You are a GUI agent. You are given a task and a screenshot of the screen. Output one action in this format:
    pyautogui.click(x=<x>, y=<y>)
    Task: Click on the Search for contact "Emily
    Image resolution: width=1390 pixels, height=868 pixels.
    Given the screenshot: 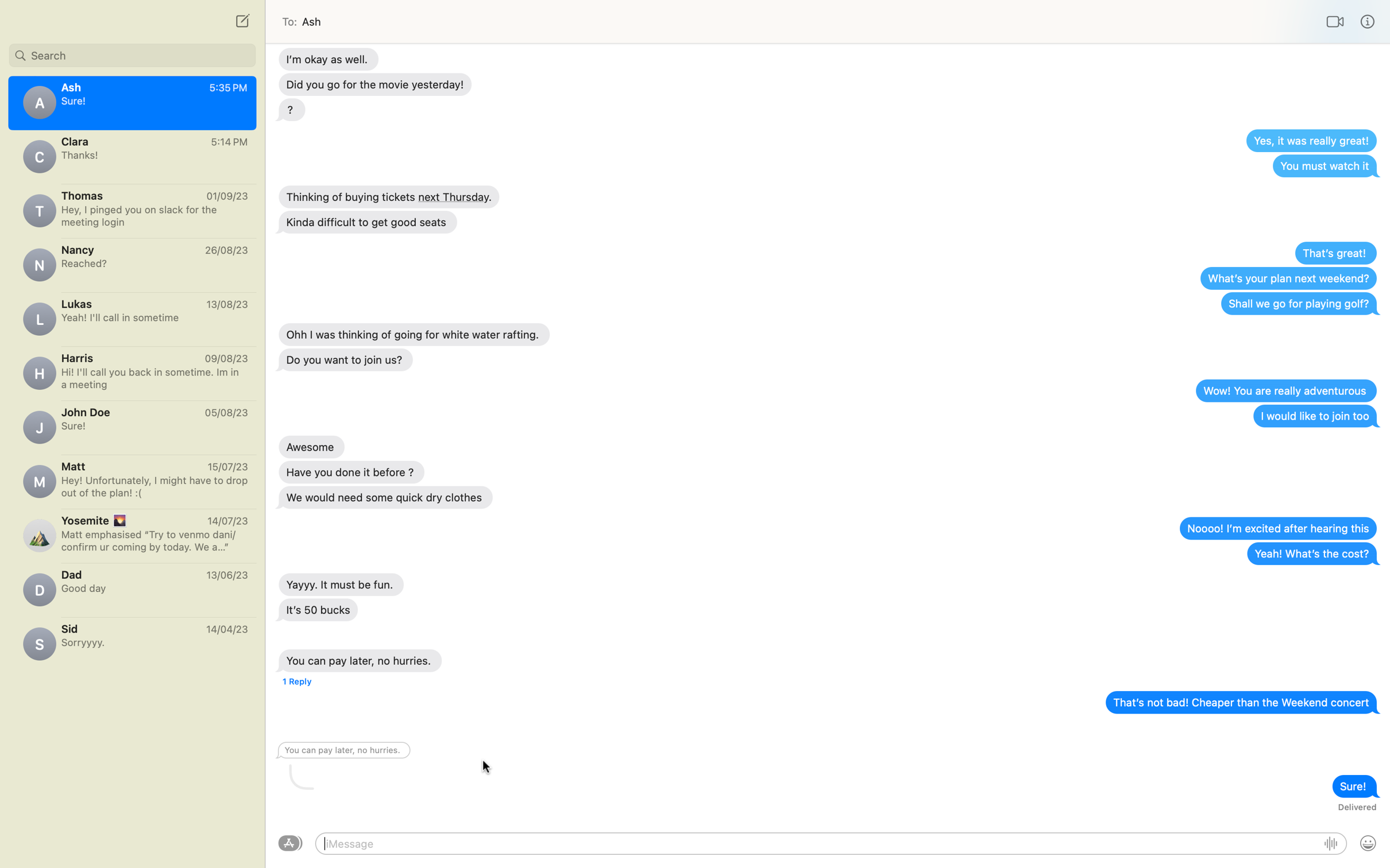 What is the action you would take?
    pyautogui.click(x=132, y=53)
    